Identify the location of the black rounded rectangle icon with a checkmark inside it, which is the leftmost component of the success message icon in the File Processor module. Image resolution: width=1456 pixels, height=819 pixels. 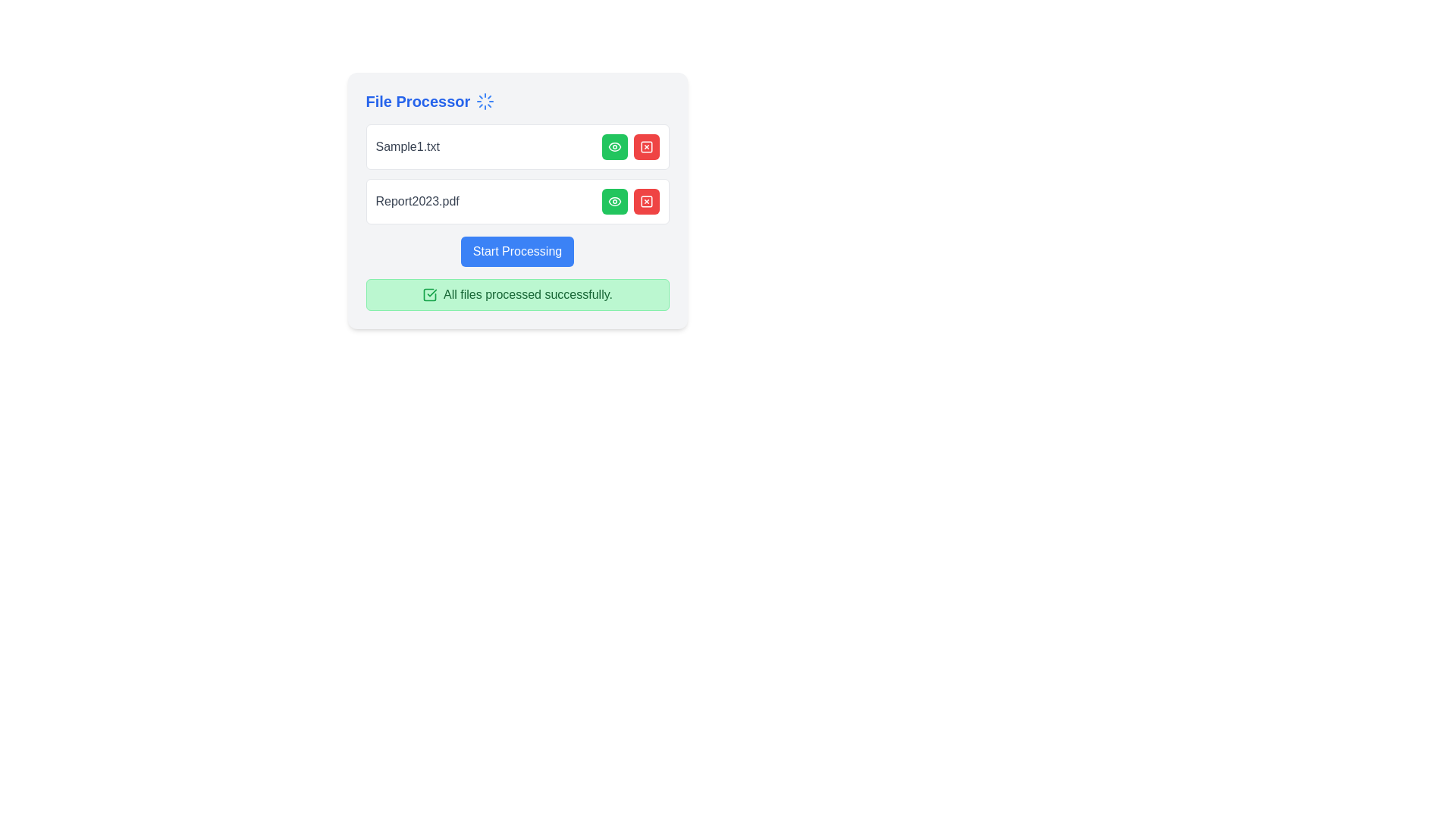
(428, 295).